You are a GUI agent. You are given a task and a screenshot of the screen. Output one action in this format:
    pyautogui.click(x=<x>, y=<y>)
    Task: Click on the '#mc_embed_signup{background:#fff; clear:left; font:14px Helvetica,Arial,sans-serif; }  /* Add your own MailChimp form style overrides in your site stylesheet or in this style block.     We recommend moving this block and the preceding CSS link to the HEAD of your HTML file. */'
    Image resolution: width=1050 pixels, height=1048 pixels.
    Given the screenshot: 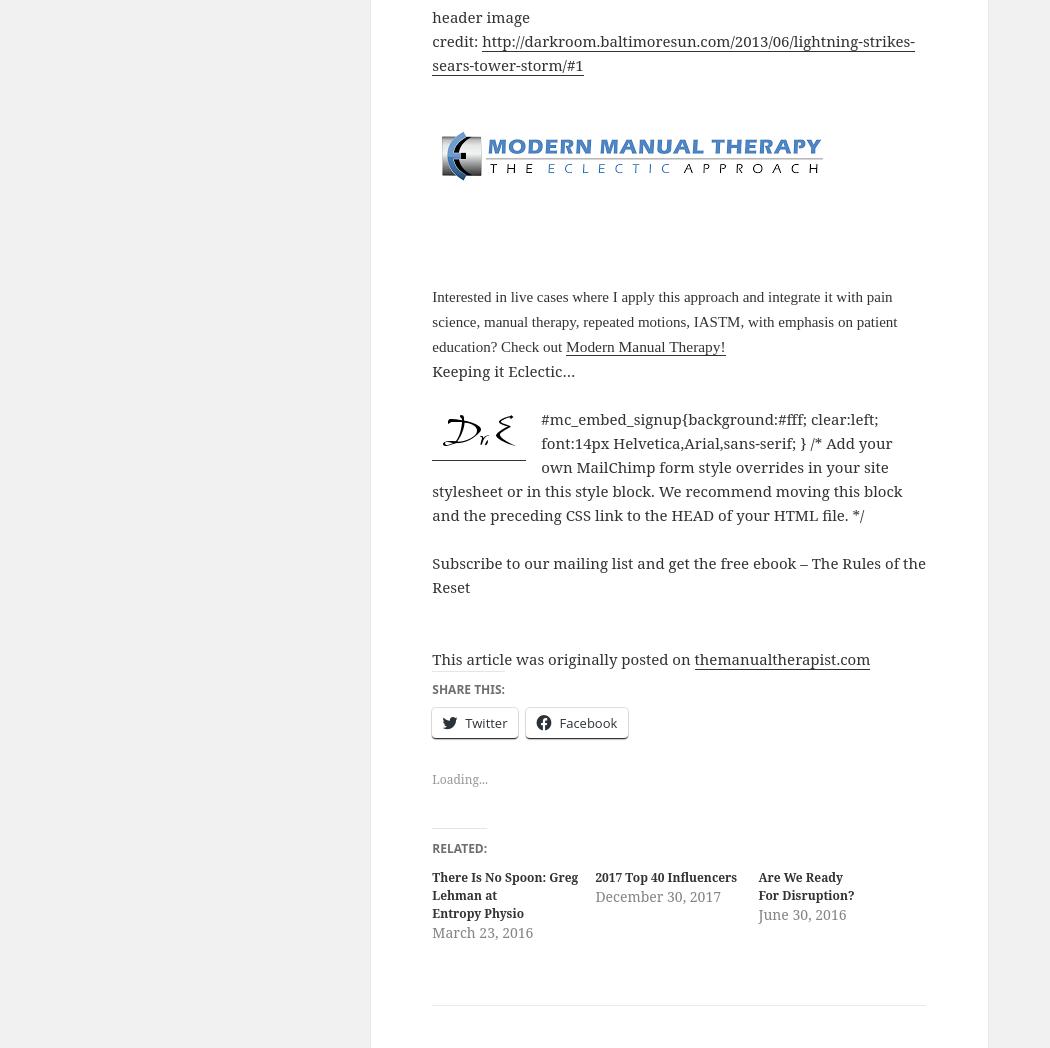 What is the action you would take?
    pyautogui.click(x=665, y=465)
    